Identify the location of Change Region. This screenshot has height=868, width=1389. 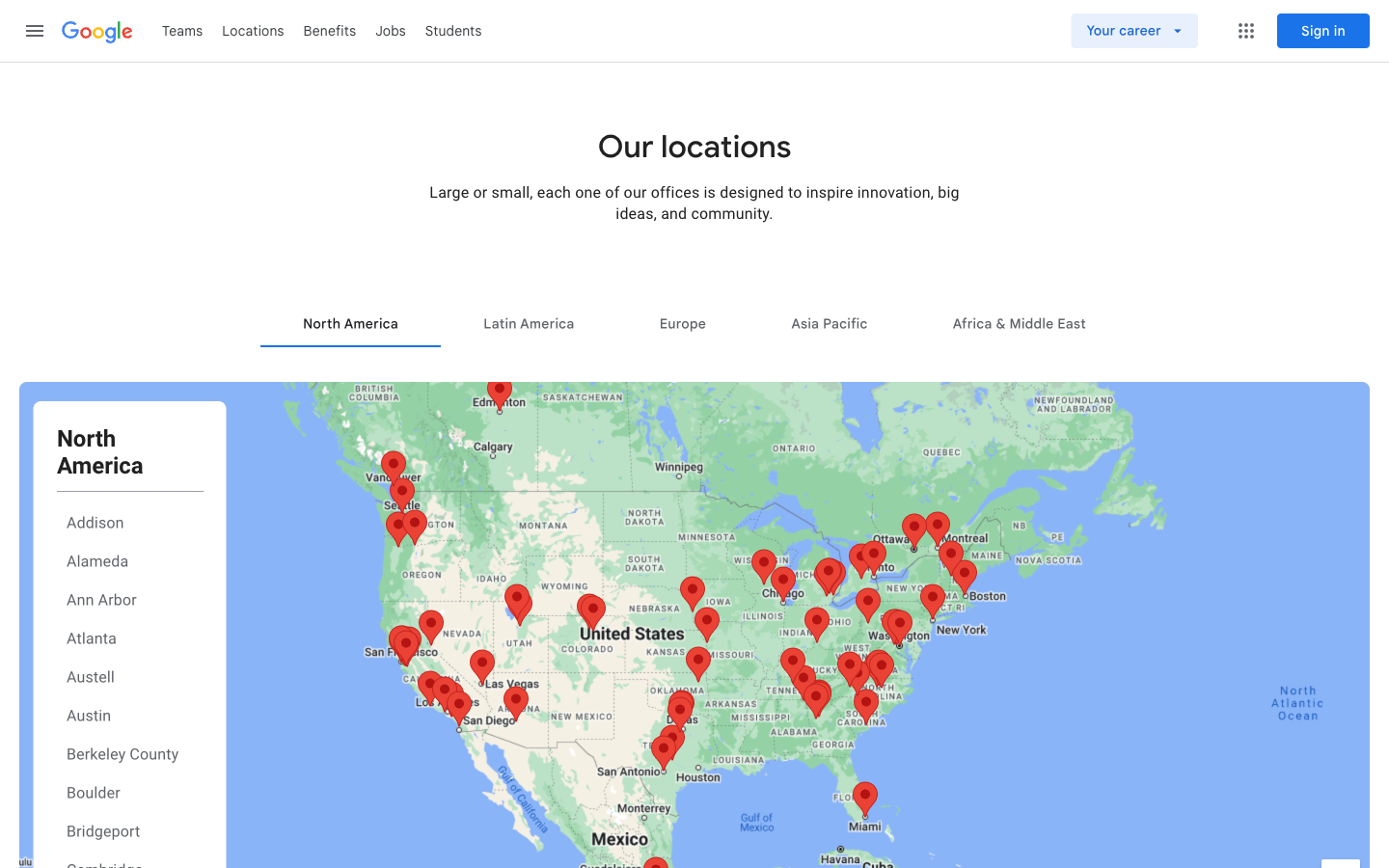
(828, 322).